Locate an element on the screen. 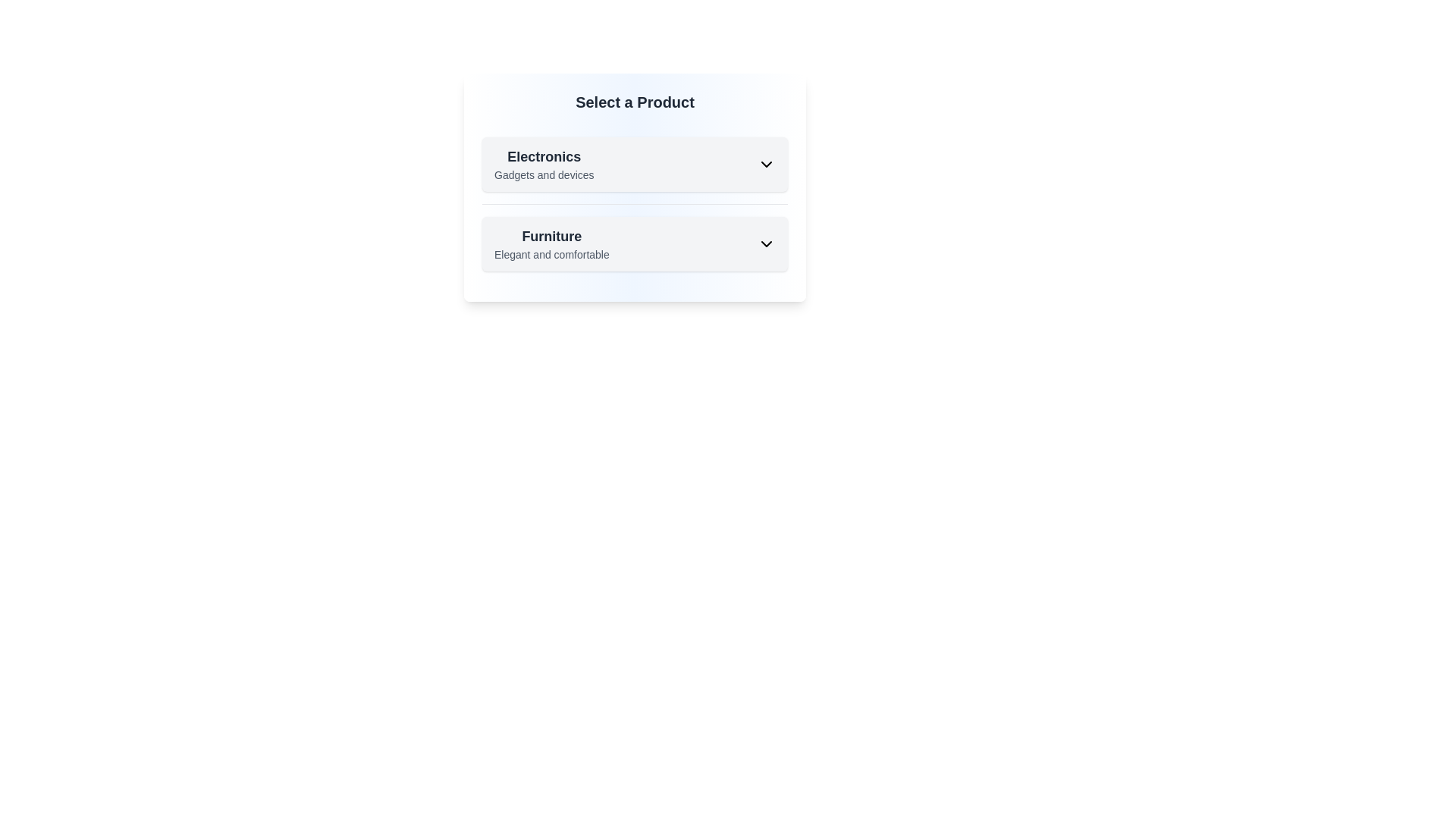 The image size is (1456, 819). the 'Electronics' text label at the beginning of the dropdown card to provide context for the selection menu is located at coordinates (544, 164).